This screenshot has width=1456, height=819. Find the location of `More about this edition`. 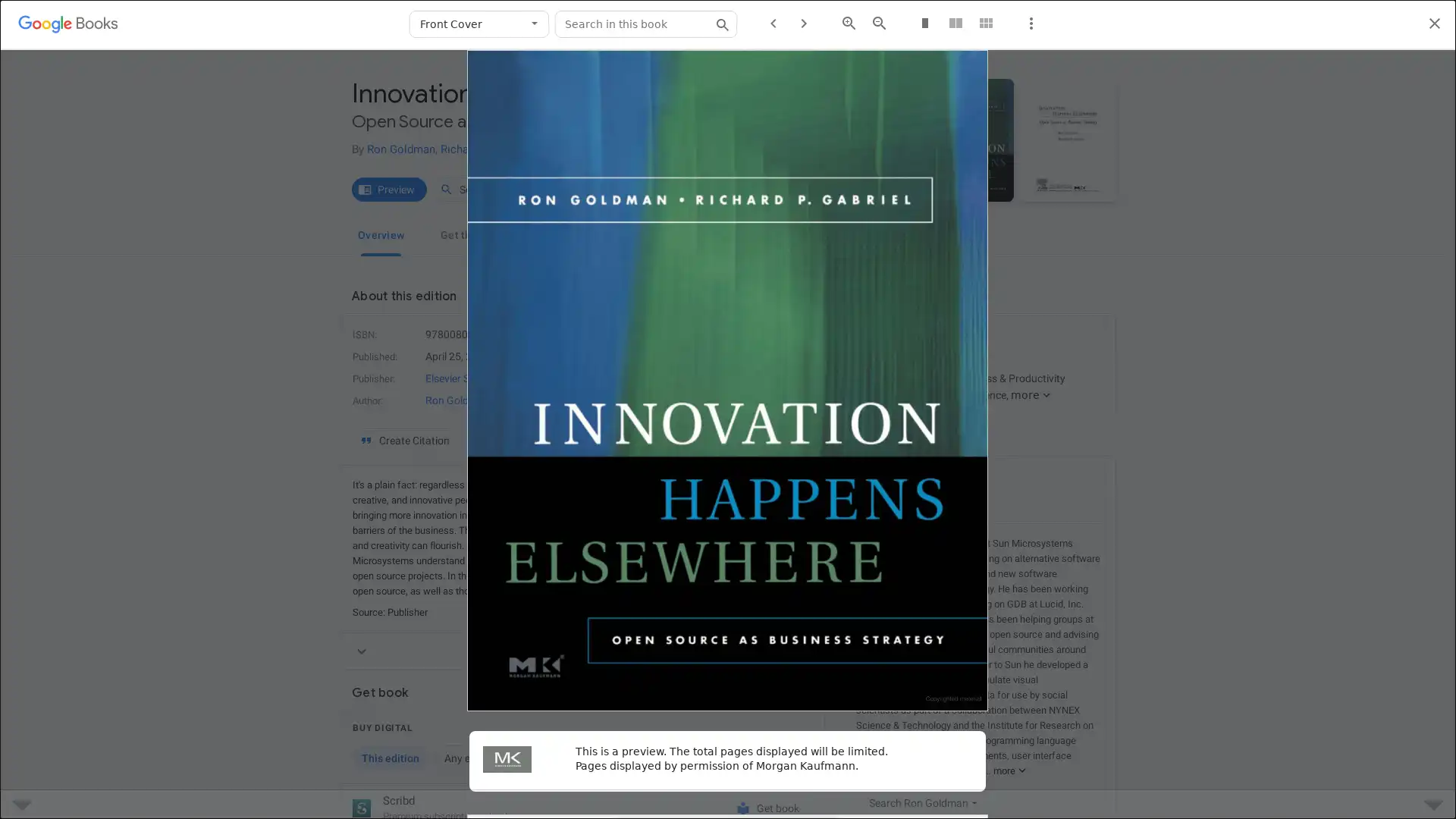

More about this edition is located at coordinates (582, 650).